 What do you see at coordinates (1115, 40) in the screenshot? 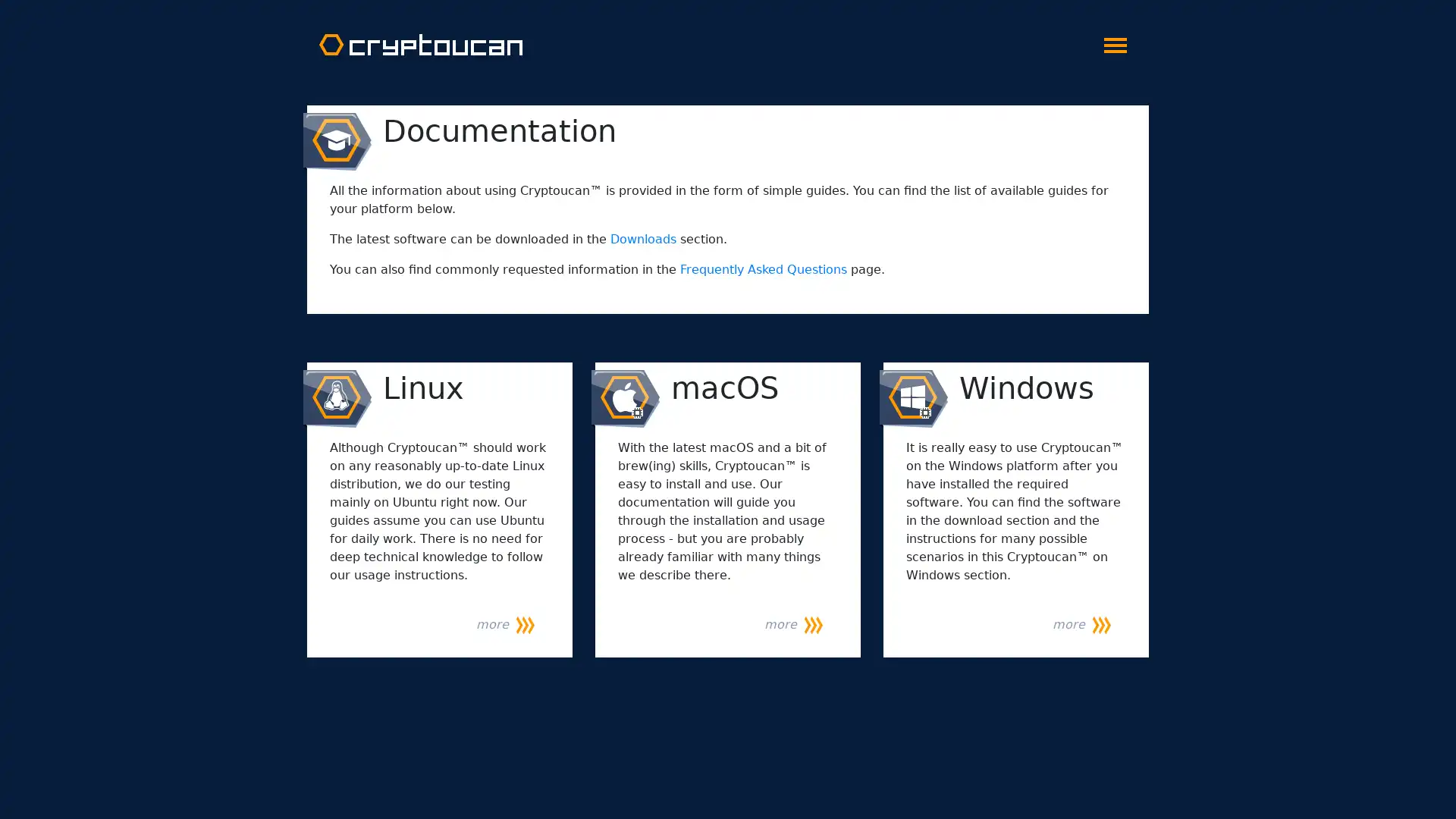
I see `Toggle navigation` at bounding box center [1115, 40].